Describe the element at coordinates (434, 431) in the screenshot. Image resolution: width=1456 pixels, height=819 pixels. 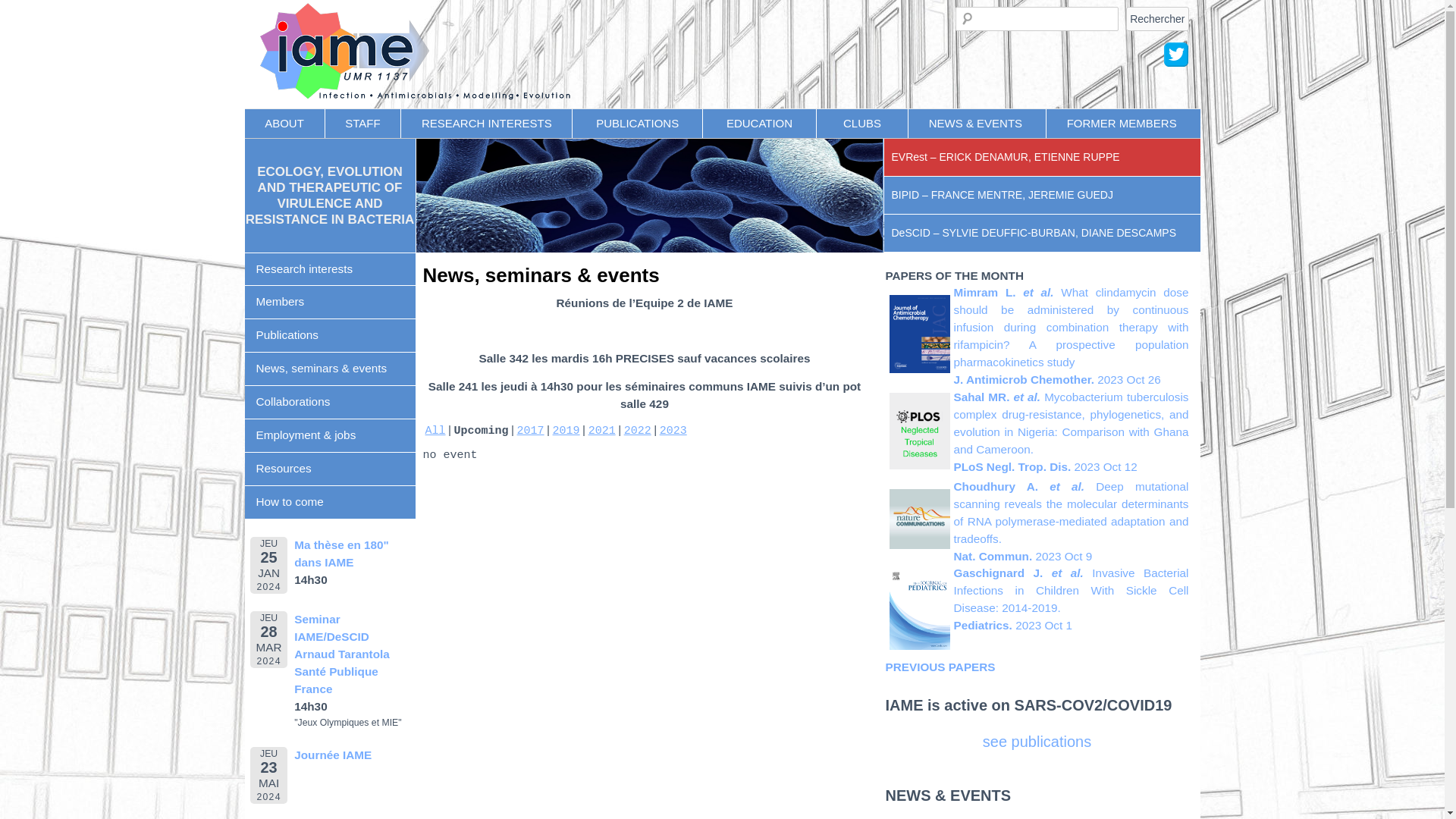
I see `'All'` at that location.